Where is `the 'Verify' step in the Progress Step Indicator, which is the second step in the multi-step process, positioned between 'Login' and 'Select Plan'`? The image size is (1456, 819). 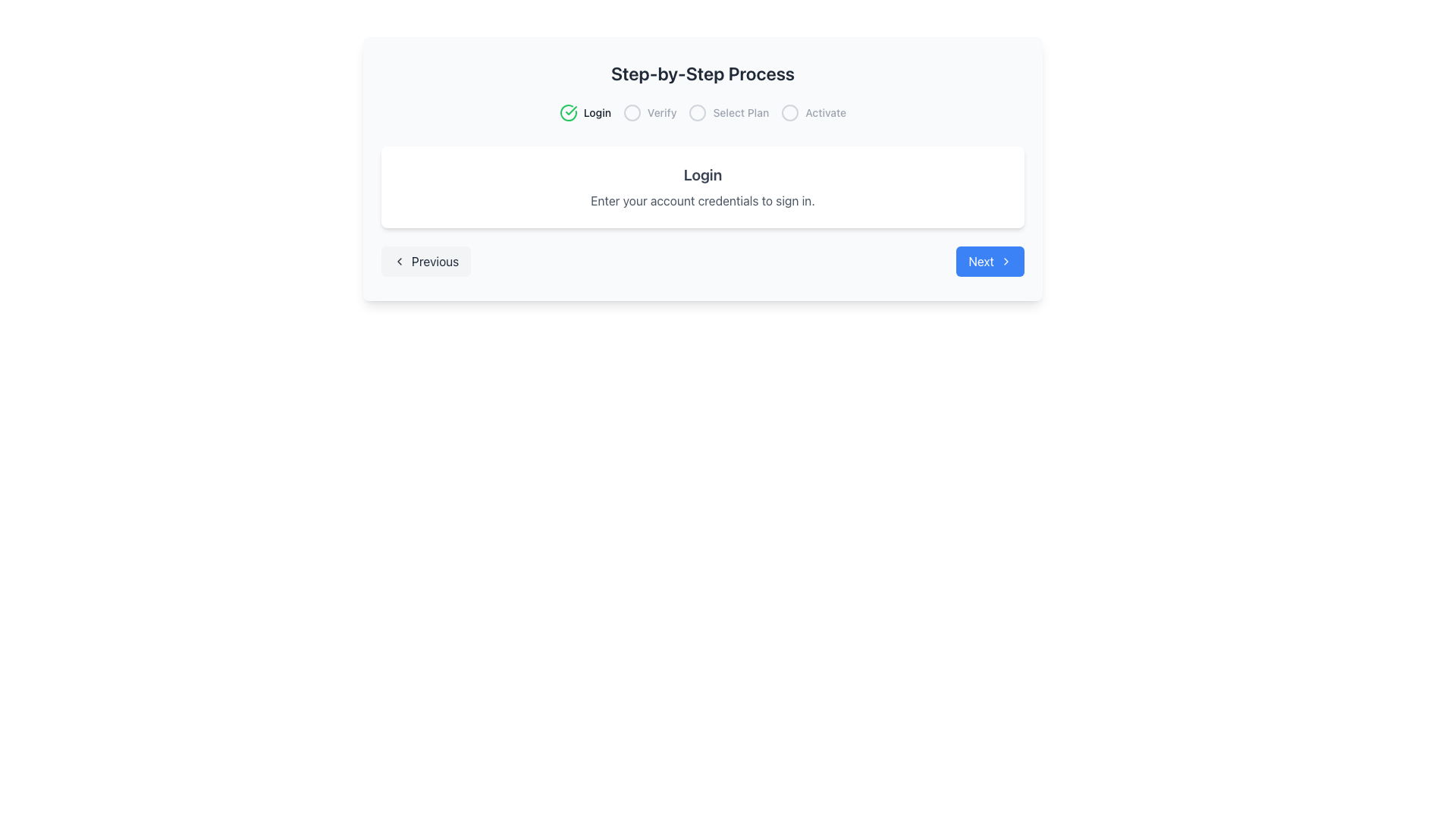 the 'Verify' step in the Progress Step Indicator, which is the second step in the multi-step process, positioned between 'Login' and 'Select Plan' is located at coordinates (650, 112).